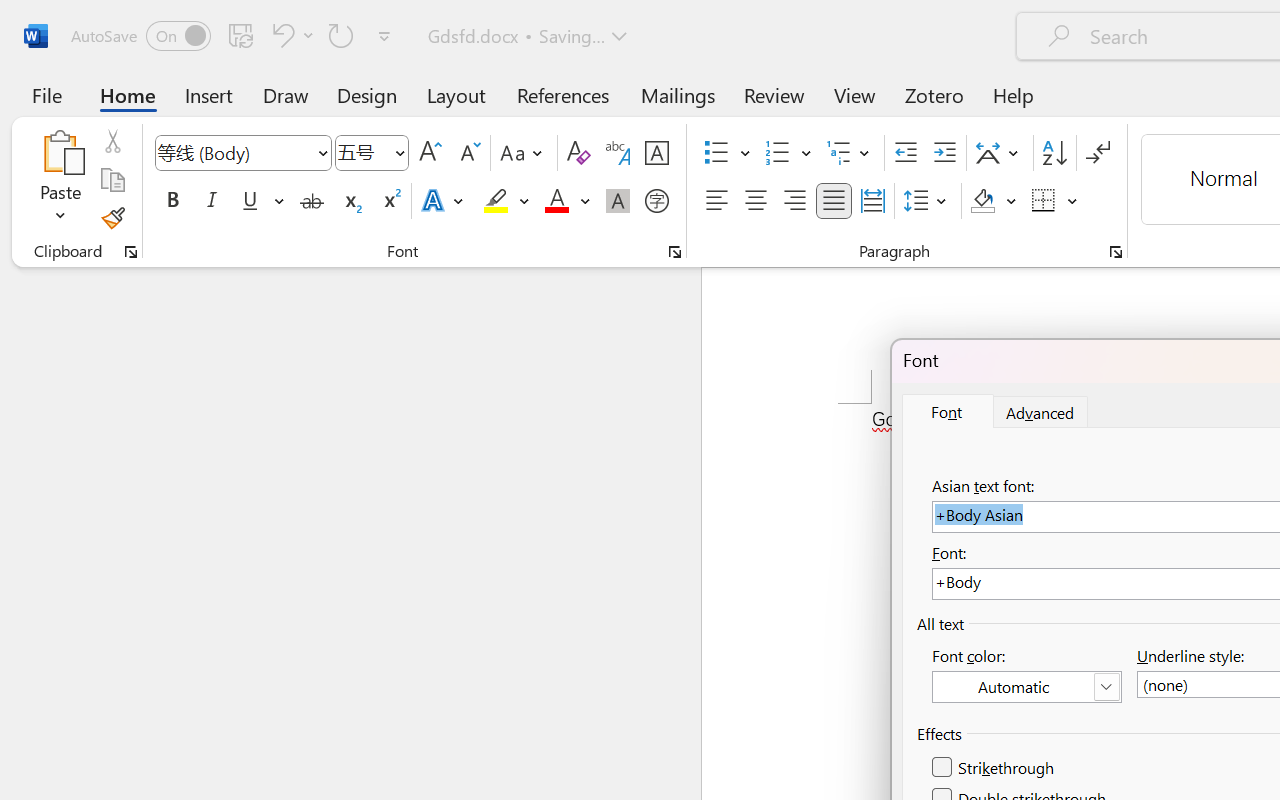 This screenshot has height=800, width=1280. What do you see at coordinates (279, 34) in the screenshot?
I see `'Undo Style'` at bounding box center [279, 34].